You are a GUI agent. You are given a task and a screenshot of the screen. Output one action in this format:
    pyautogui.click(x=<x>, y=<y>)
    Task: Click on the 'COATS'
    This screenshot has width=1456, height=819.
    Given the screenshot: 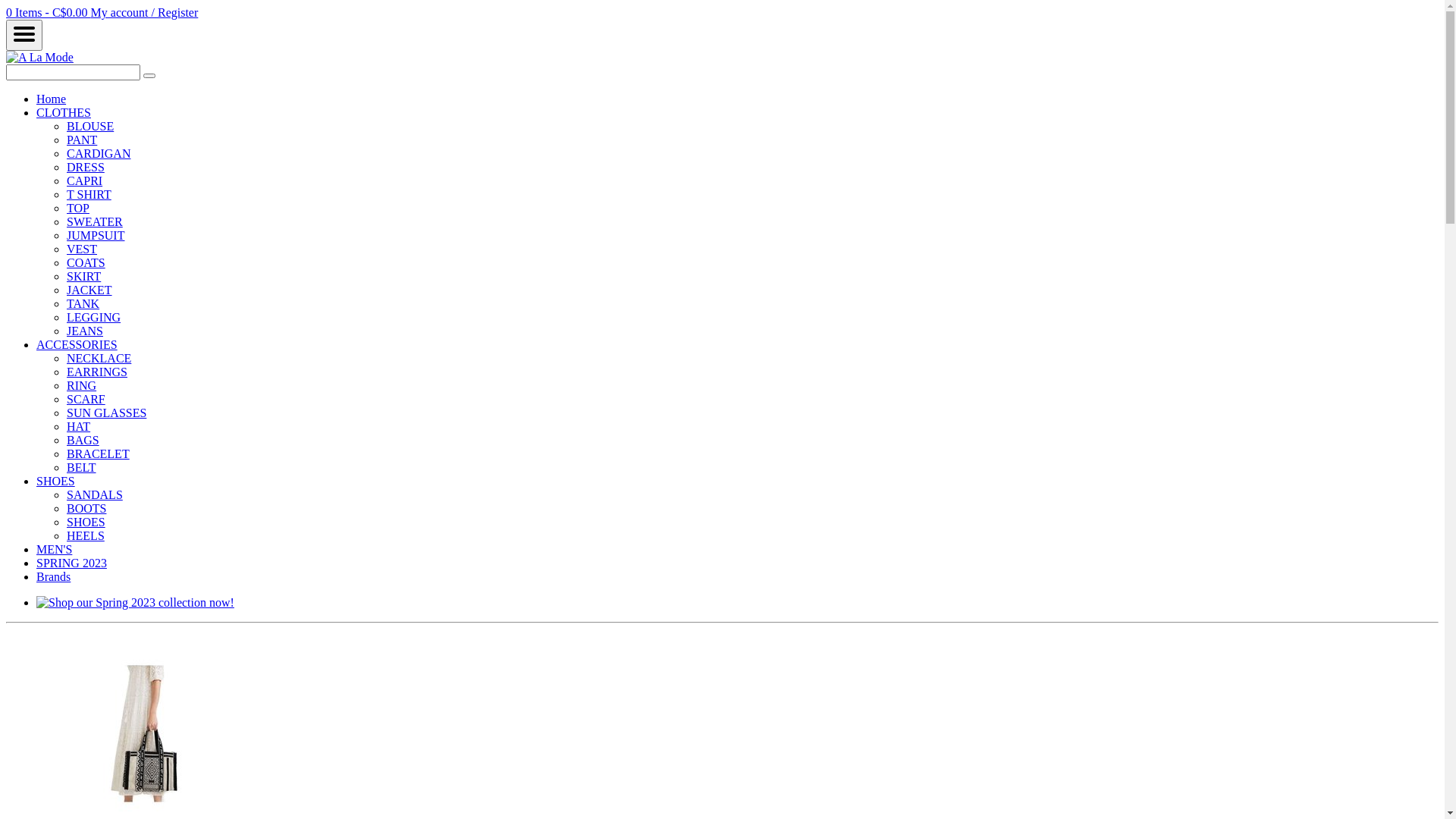 What is the action you would take?
    pyautogui.click(x=65, y=262)
    